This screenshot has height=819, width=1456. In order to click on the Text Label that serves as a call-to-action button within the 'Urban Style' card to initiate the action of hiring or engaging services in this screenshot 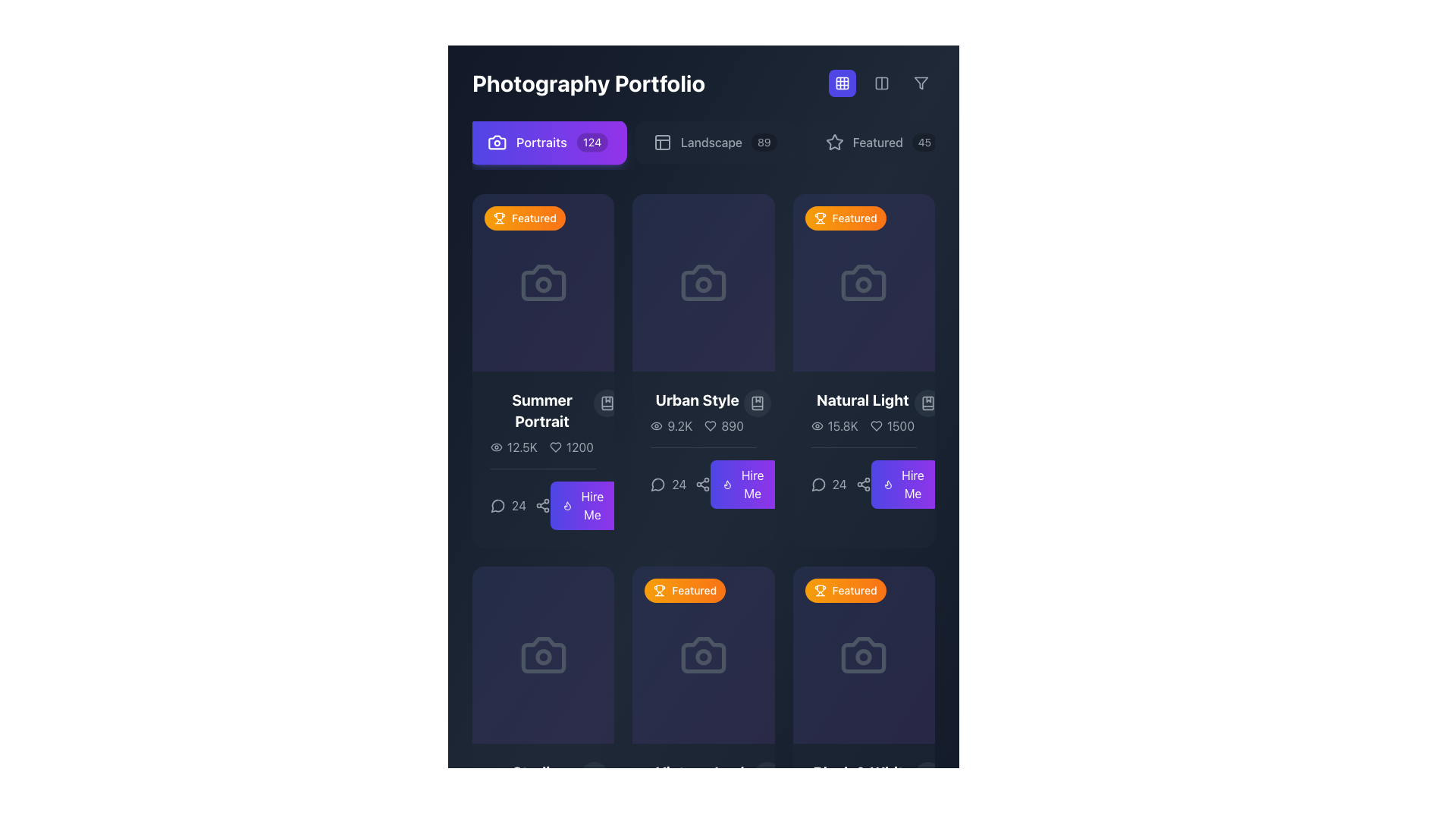, I will do `click(752, 485)`.